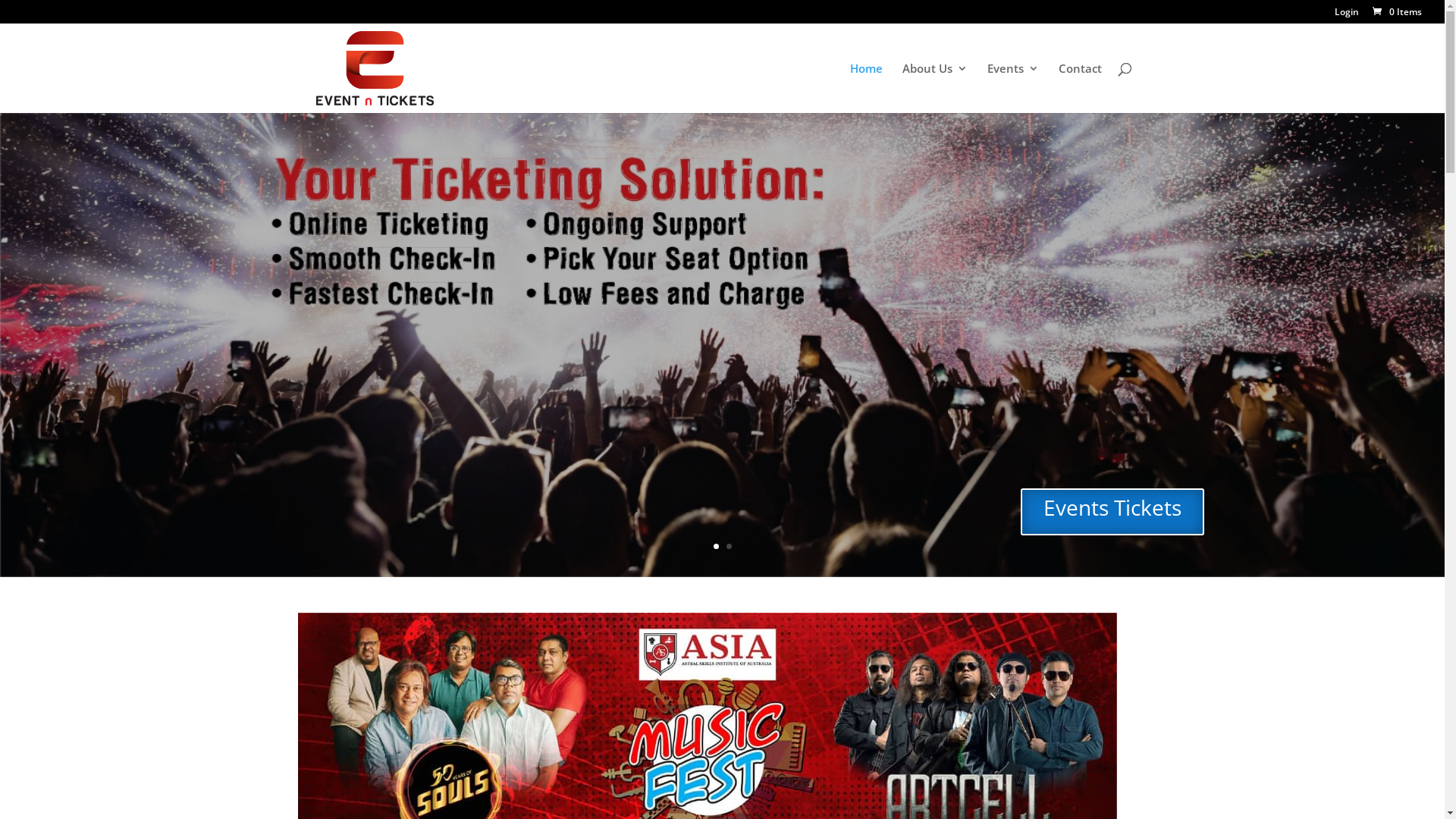  Describe the element at coordinates (729, 546) in the screenshot. I see `'2'` at that location.